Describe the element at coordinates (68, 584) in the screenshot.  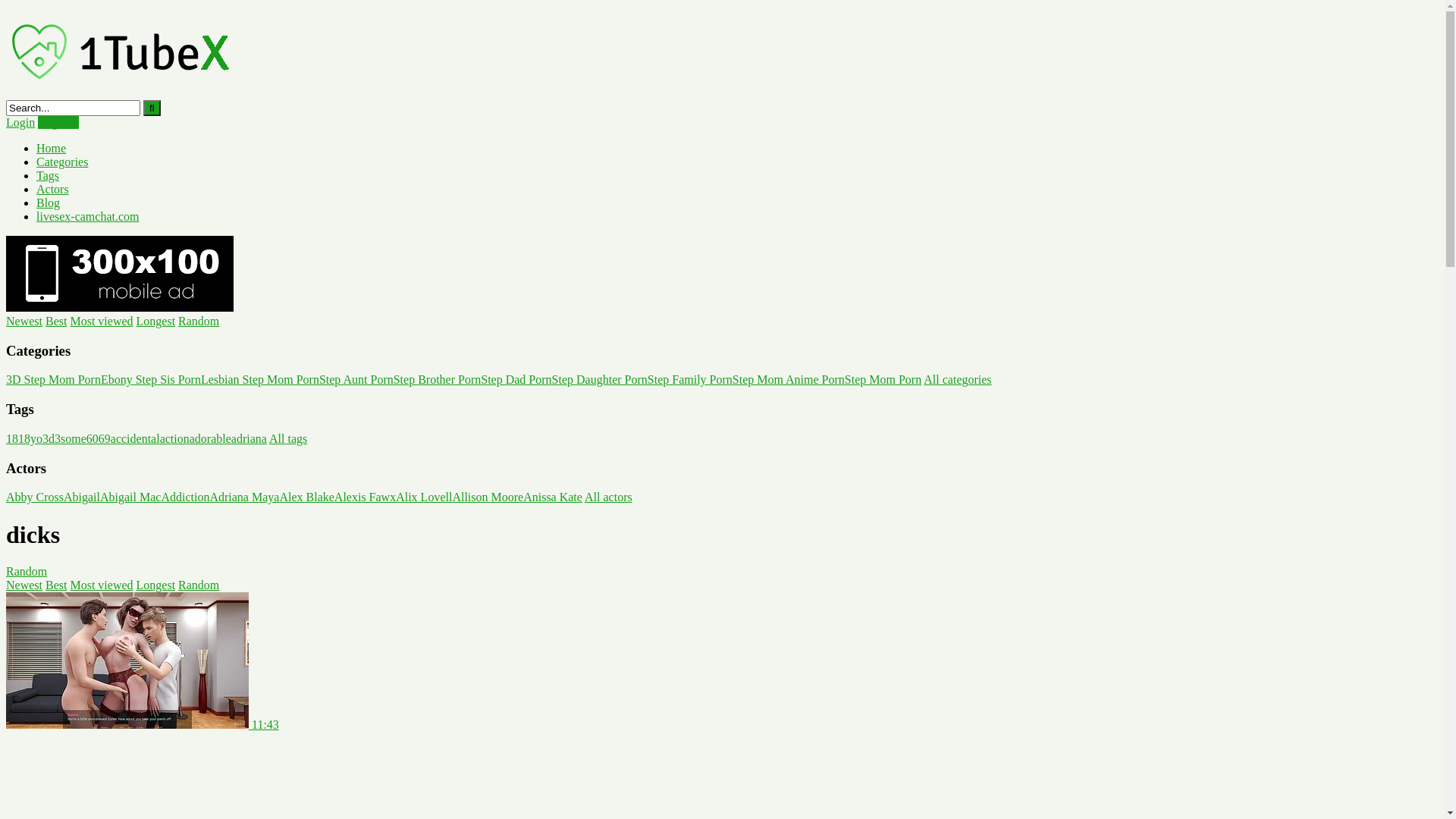
I see `'Most viewed'` at that location.